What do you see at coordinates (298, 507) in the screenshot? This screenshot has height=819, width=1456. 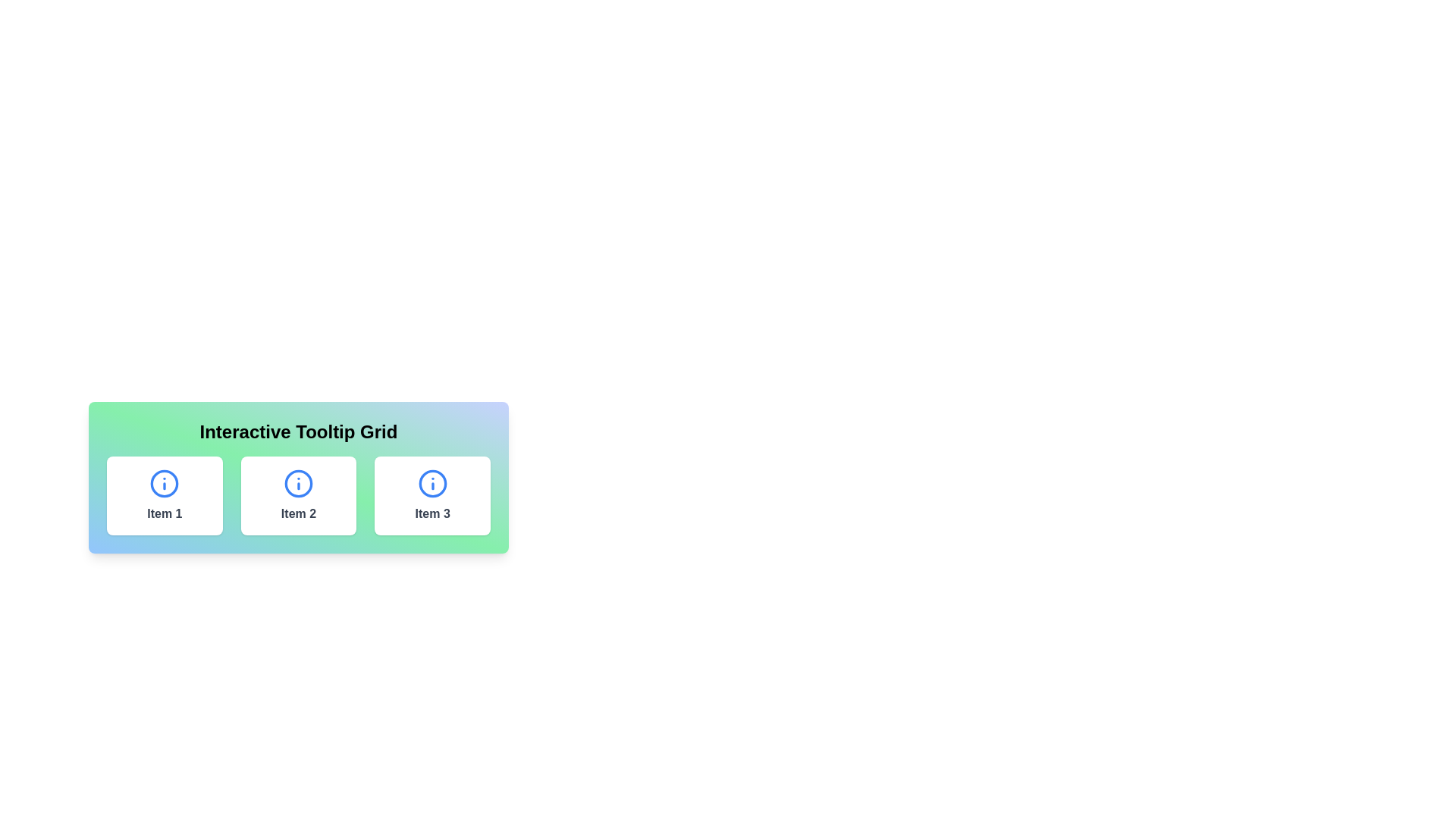 I see `the 'Interactive Tooltip Grid'` at bounding box center [298, 507].